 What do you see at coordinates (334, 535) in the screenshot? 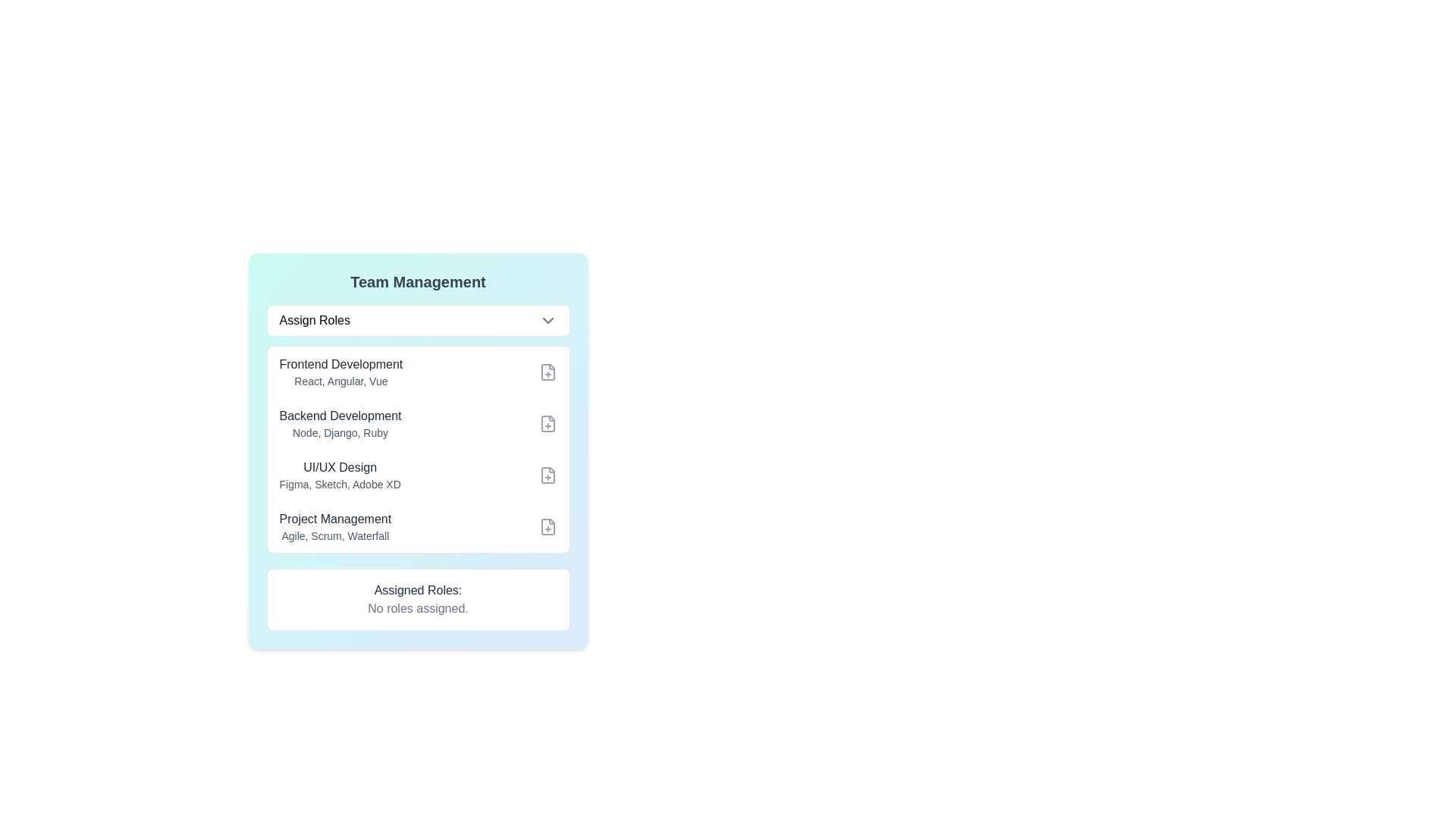
I see `the static text element that provides a brief description or categorization of methodologies associated with the 'Project Management' section, located below the 'Project Management' heading` at bounding box center [334, 535].